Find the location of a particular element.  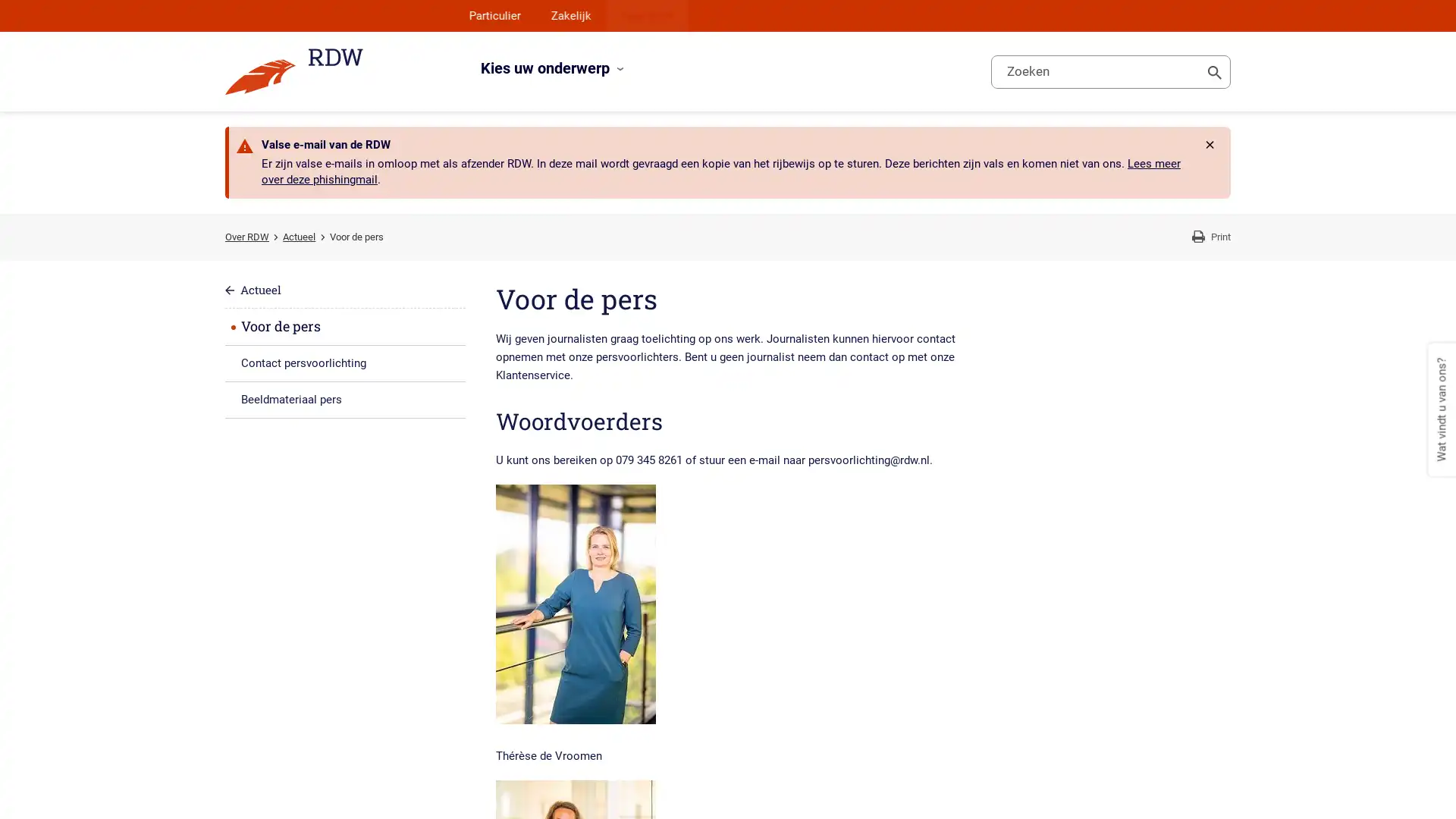

Toon zoeken is located at coordinates (1214, 72).